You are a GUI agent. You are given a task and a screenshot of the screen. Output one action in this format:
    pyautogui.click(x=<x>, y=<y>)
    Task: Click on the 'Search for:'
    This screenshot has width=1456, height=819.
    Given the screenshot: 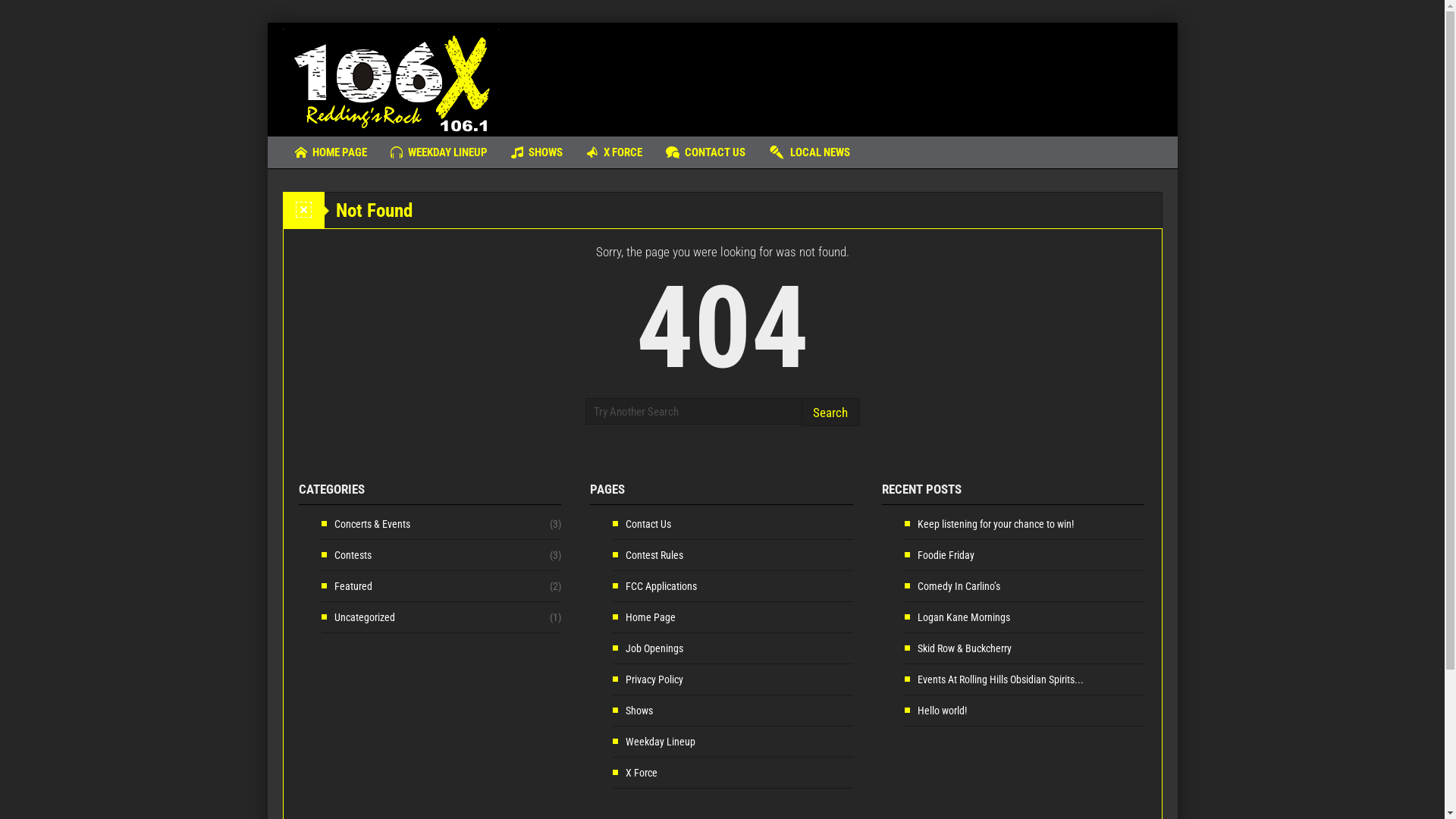 What is the action you would take?
    pyautogui.click(x=692, y=411)
    